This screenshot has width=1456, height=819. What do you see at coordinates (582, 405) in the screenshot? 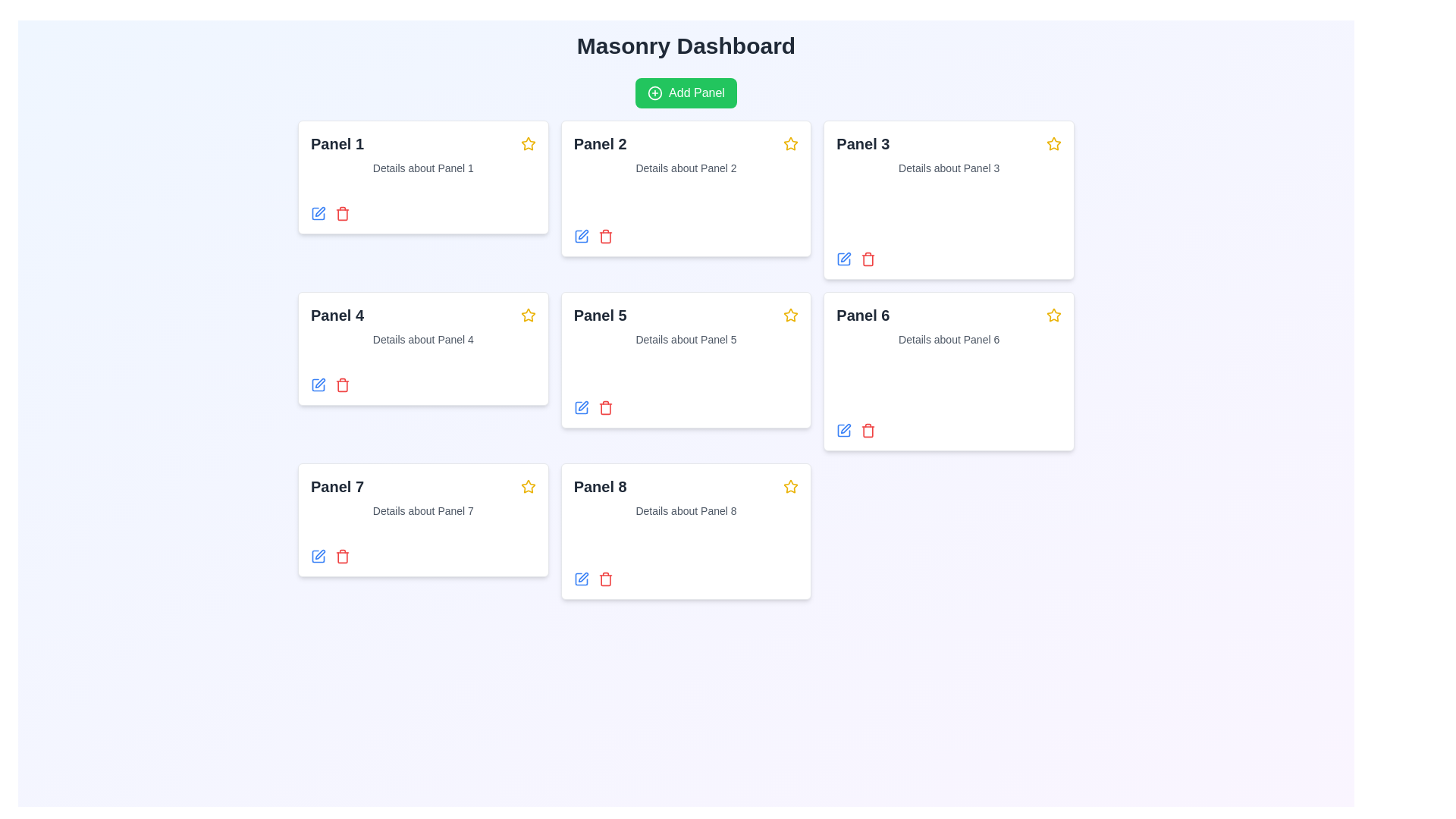
I see `the pen icon` at bounding box center [582, 405].